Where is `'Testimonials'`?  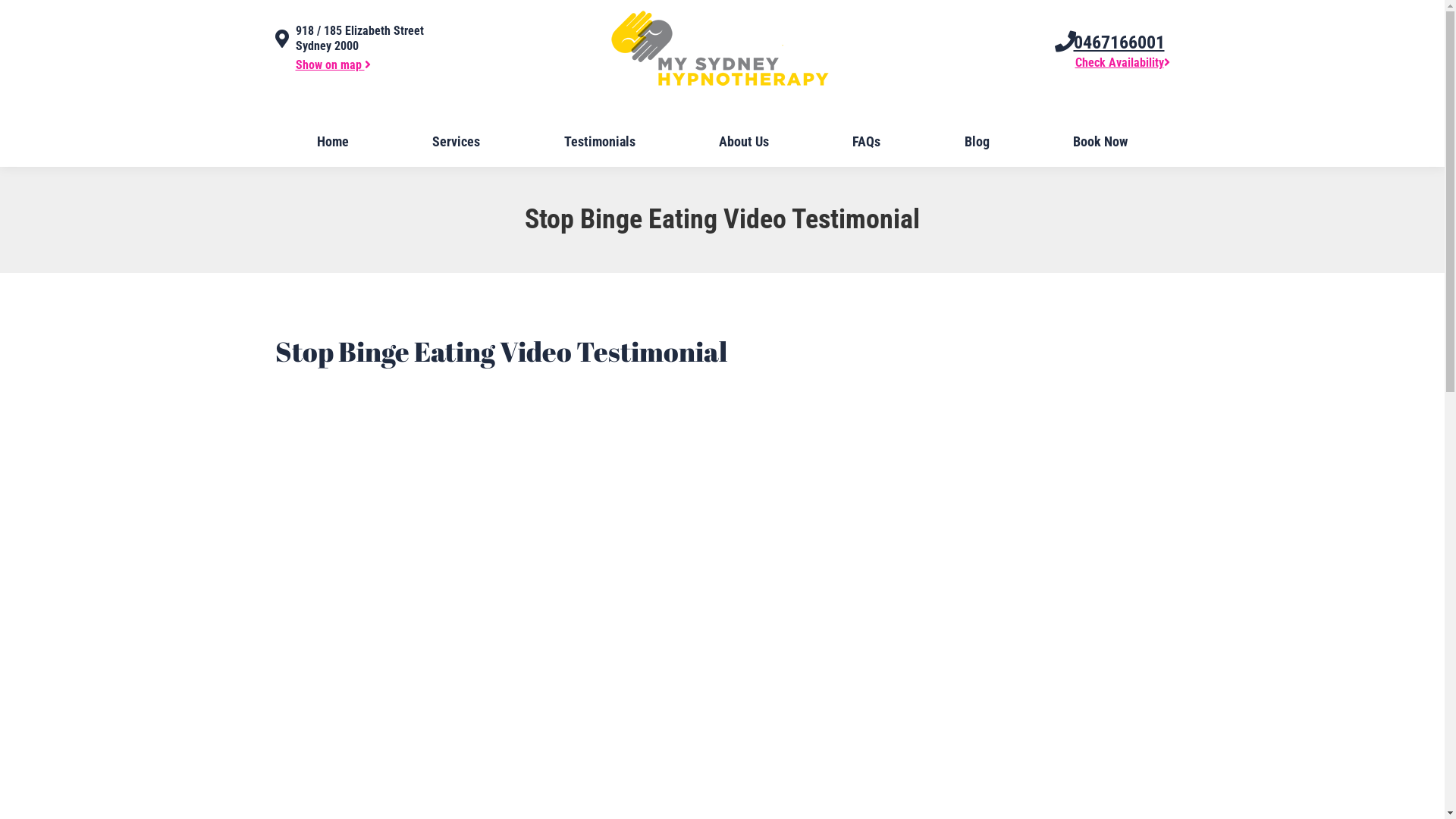 'Testimonials' is located at coordinates (598, 141).